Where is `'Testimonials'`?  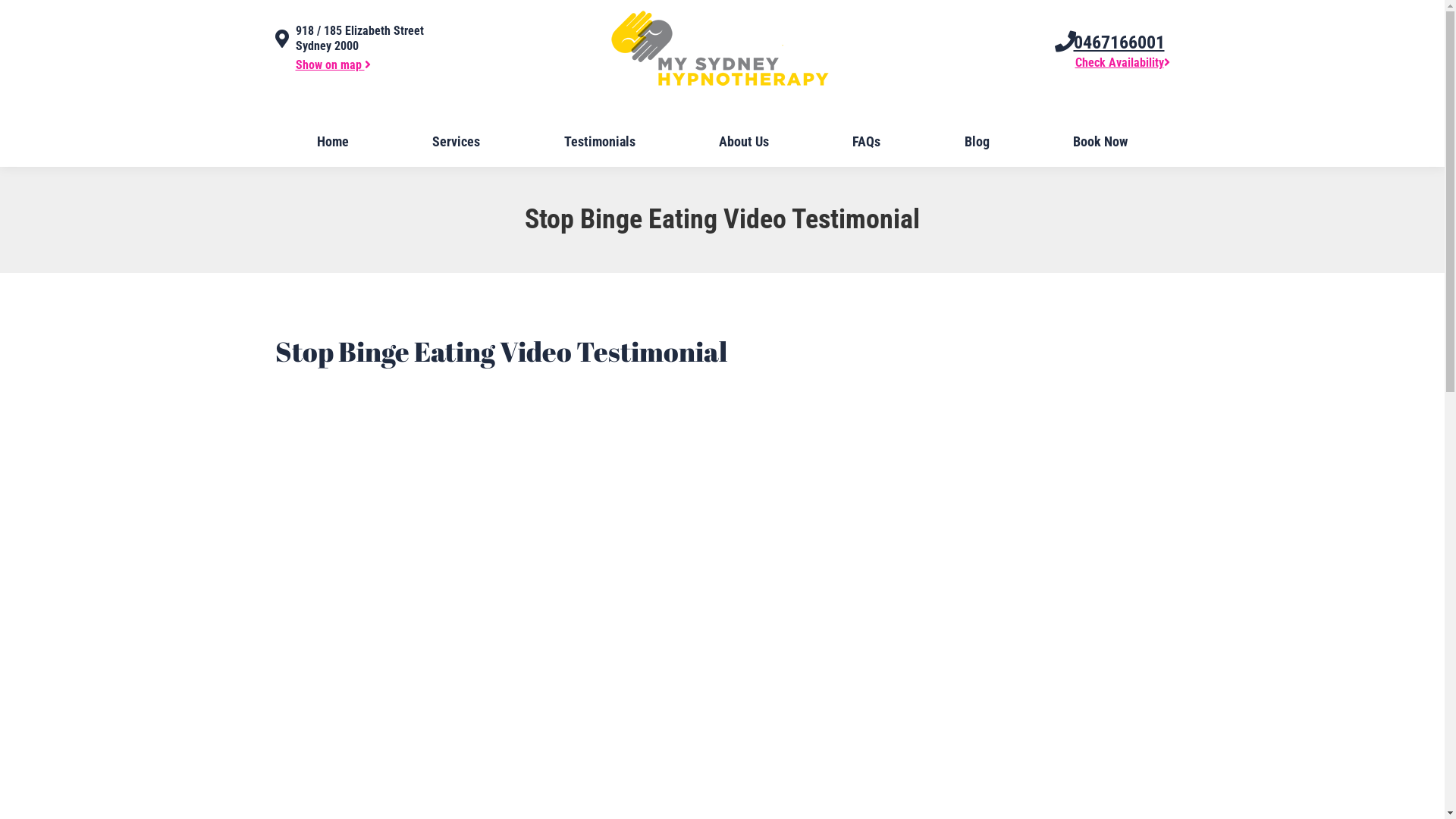 'Testimonials' is located at coordinates (598, 141).